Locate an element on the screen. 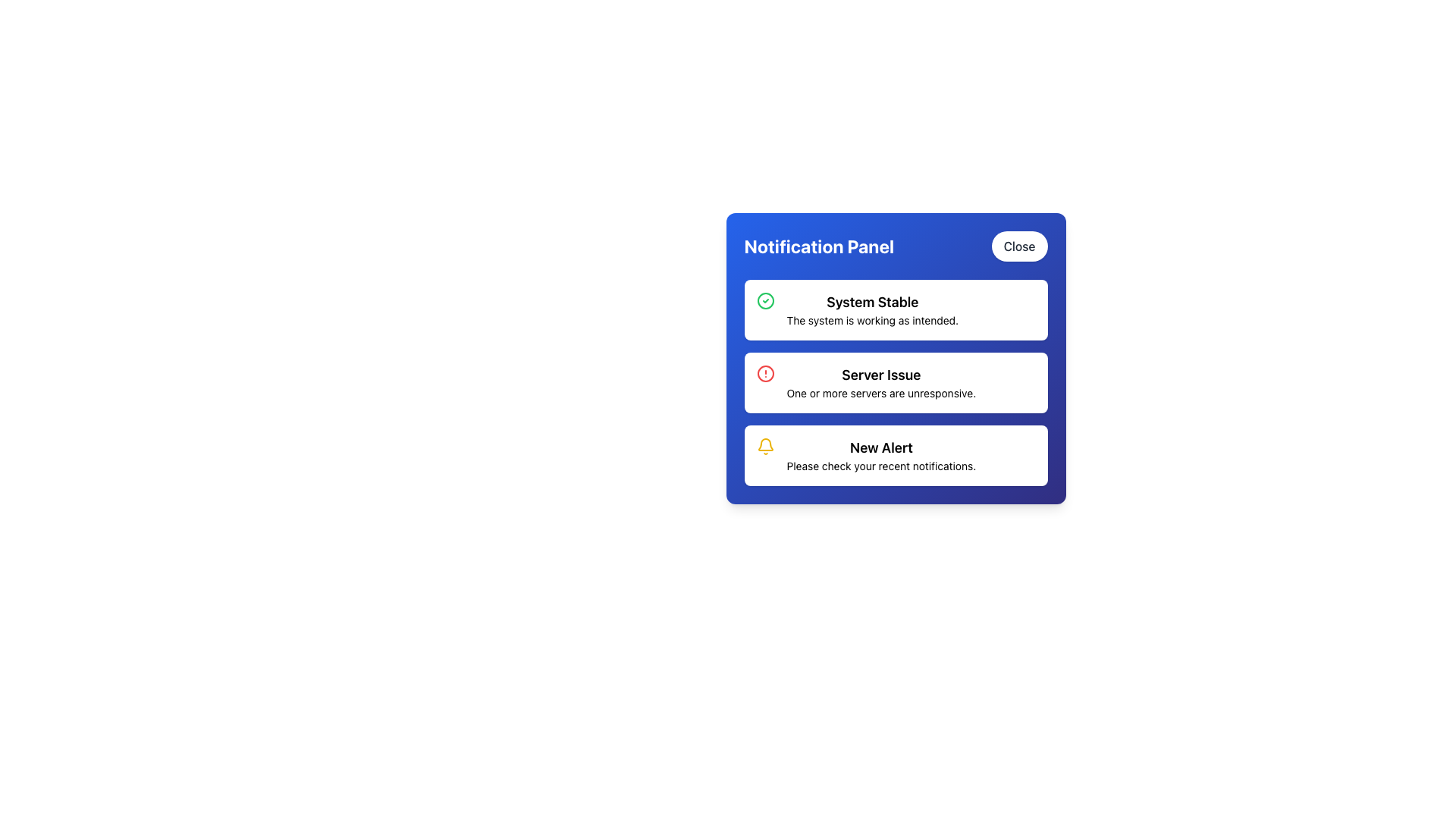 Image resolution: width=1456 pixels, height=819 pixels. the SVG Circle that serves as an indicator for the 'Server Issue' notification in the Notification Panel is located at coordinates (765, 374).